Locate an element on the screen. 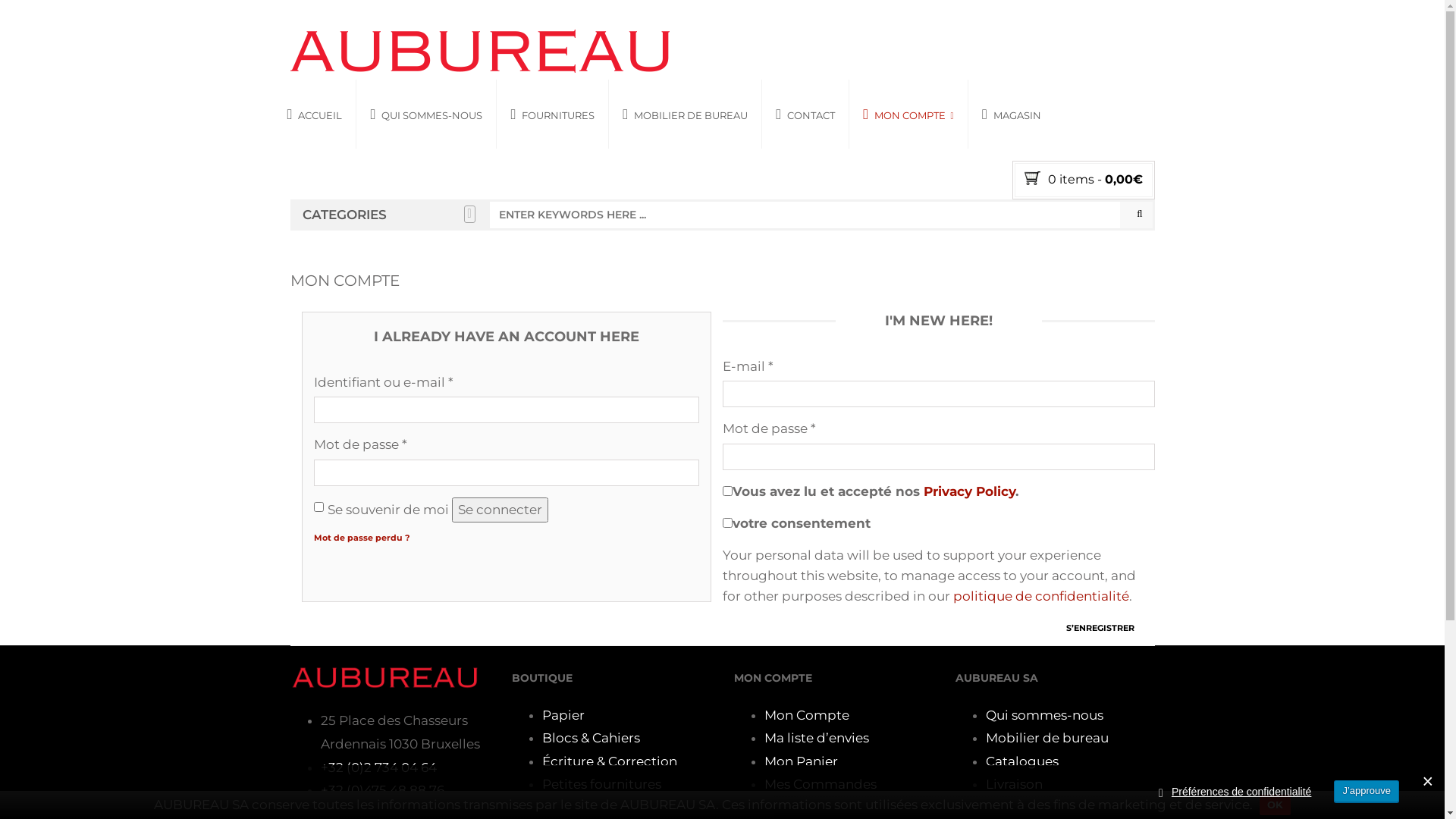  'AUBUREAU' is located at coordinates (479, 49).